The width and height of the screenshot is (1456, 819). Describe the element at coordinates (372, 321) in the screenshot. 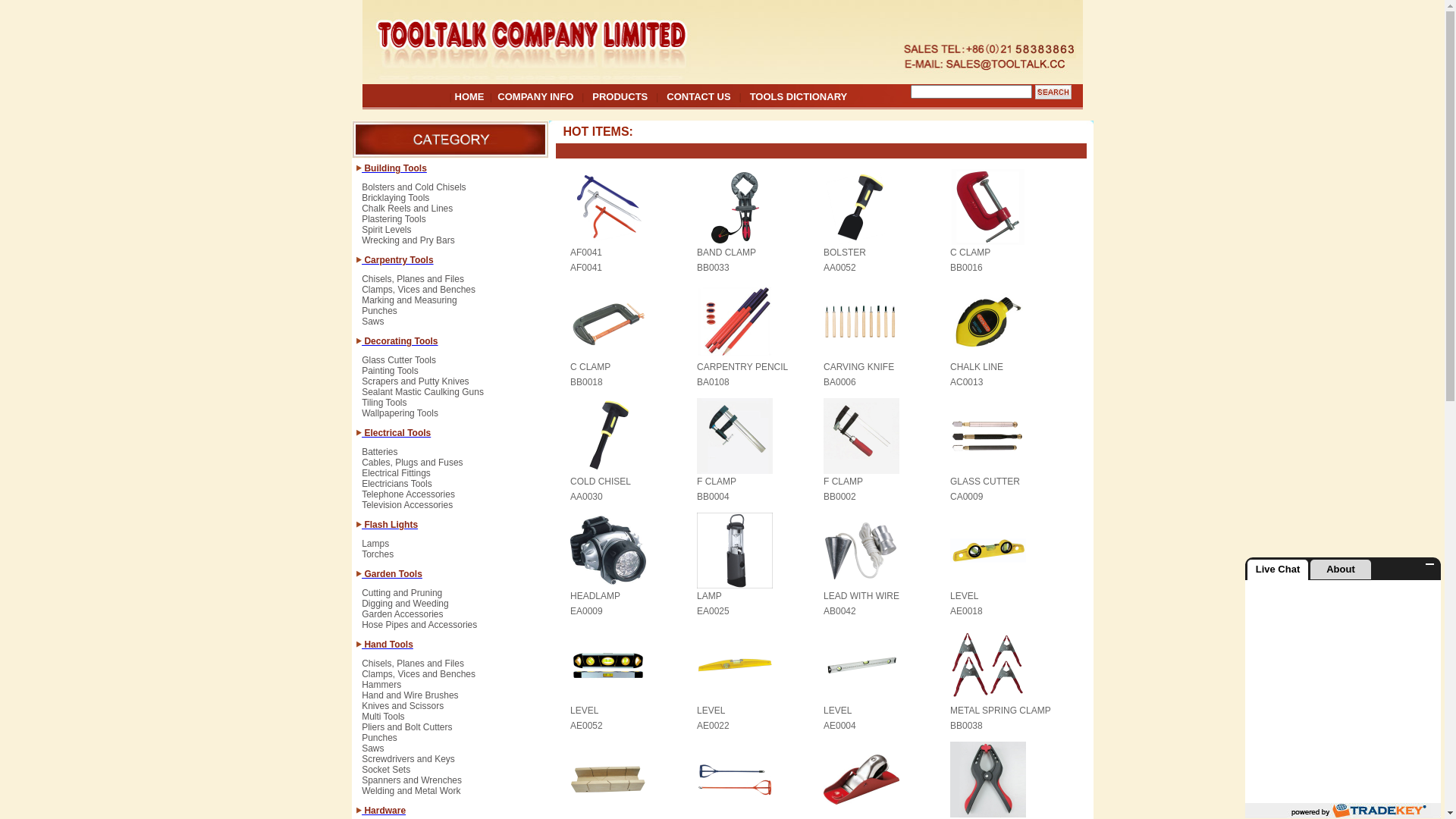

I see `'Saws'` at that location.